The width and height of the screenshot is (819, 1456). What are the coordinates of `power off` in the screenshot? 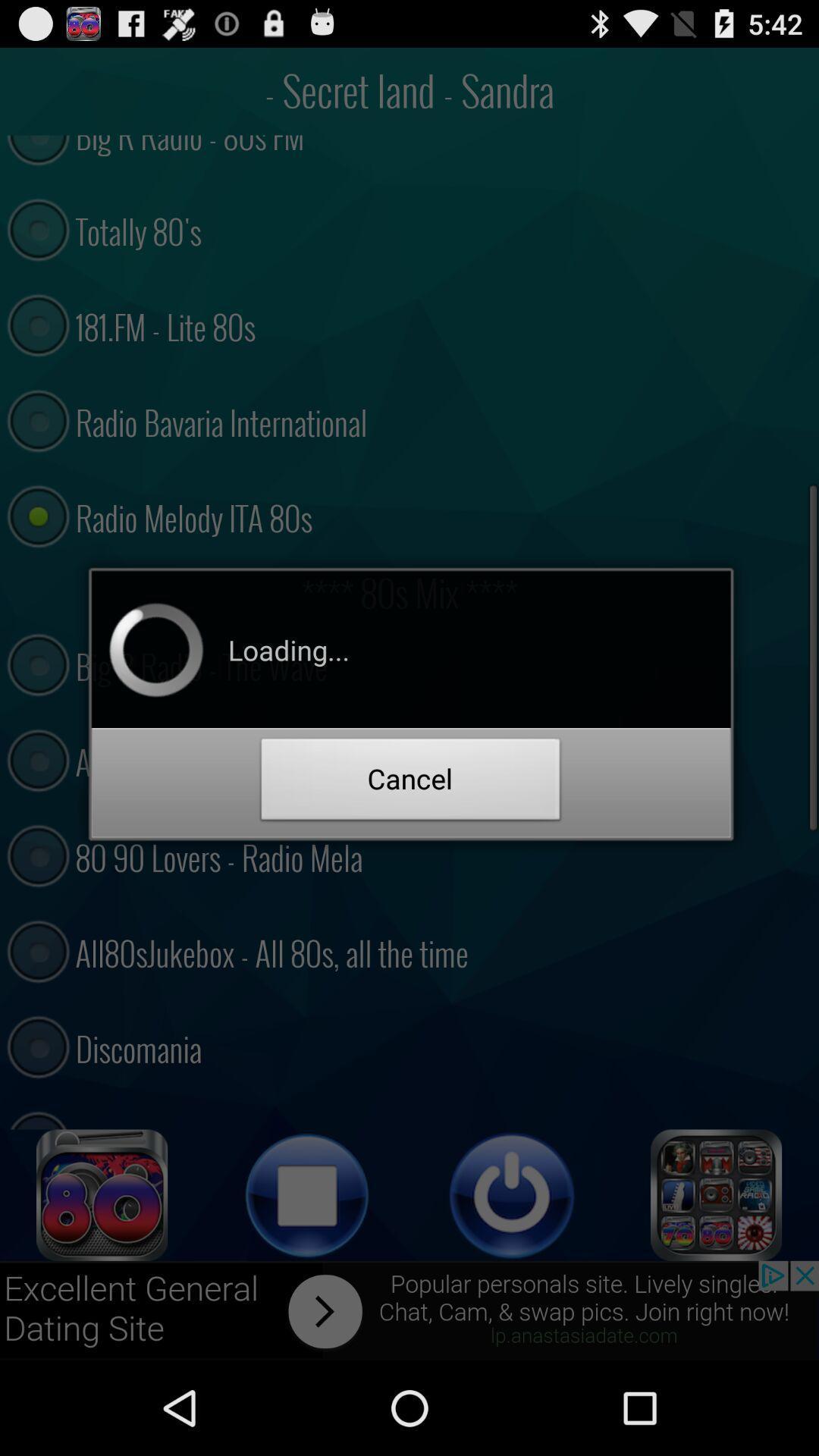 It's located at (512, 1194).